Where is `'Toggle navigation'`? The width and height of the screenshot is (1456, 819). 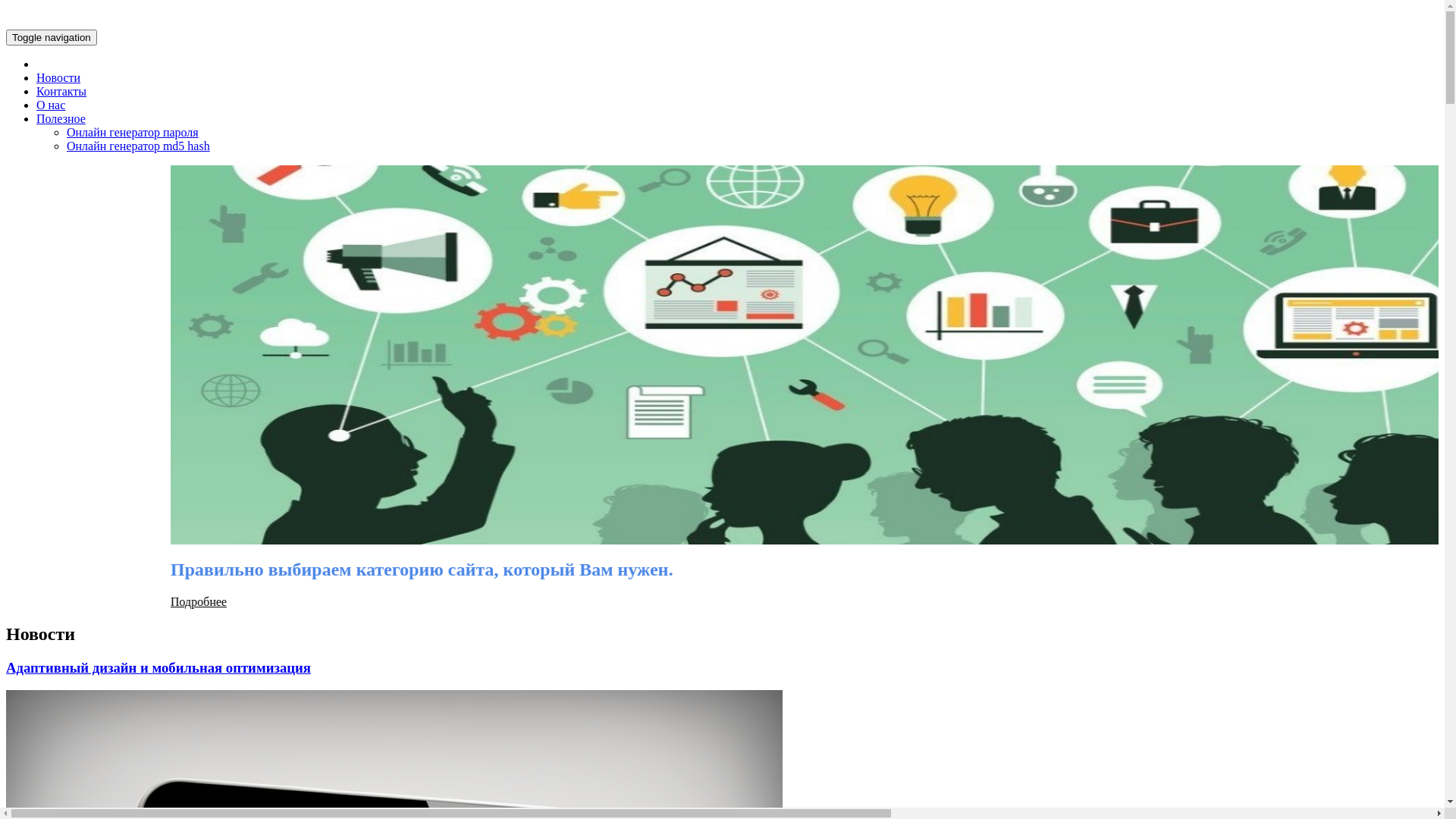 'Toggle navigation' is located at coordinates (51, 36).